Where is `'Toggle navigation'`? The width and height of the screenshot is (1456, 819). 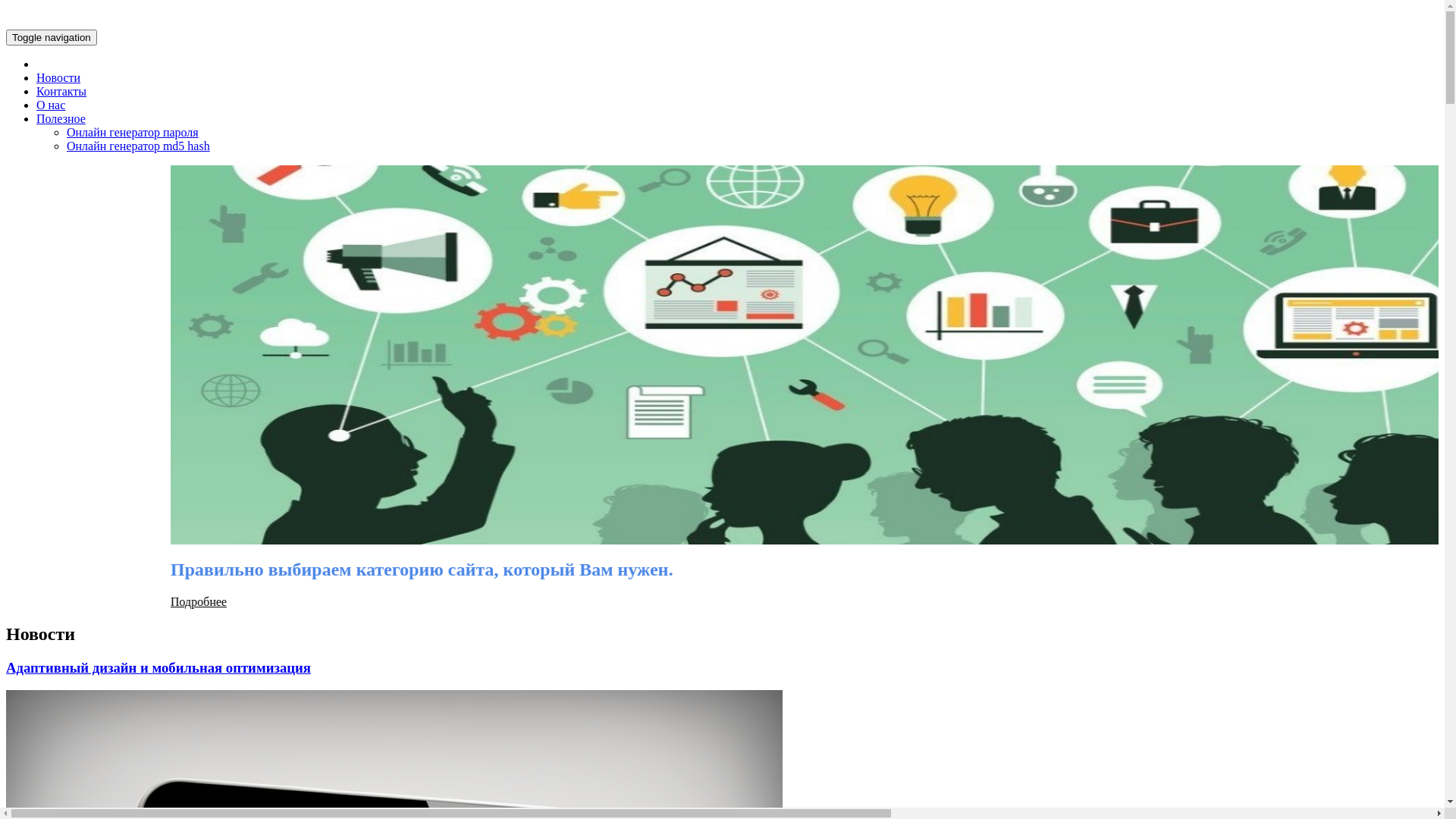 'Toggle navigation' is located at coordinates (51, 36).